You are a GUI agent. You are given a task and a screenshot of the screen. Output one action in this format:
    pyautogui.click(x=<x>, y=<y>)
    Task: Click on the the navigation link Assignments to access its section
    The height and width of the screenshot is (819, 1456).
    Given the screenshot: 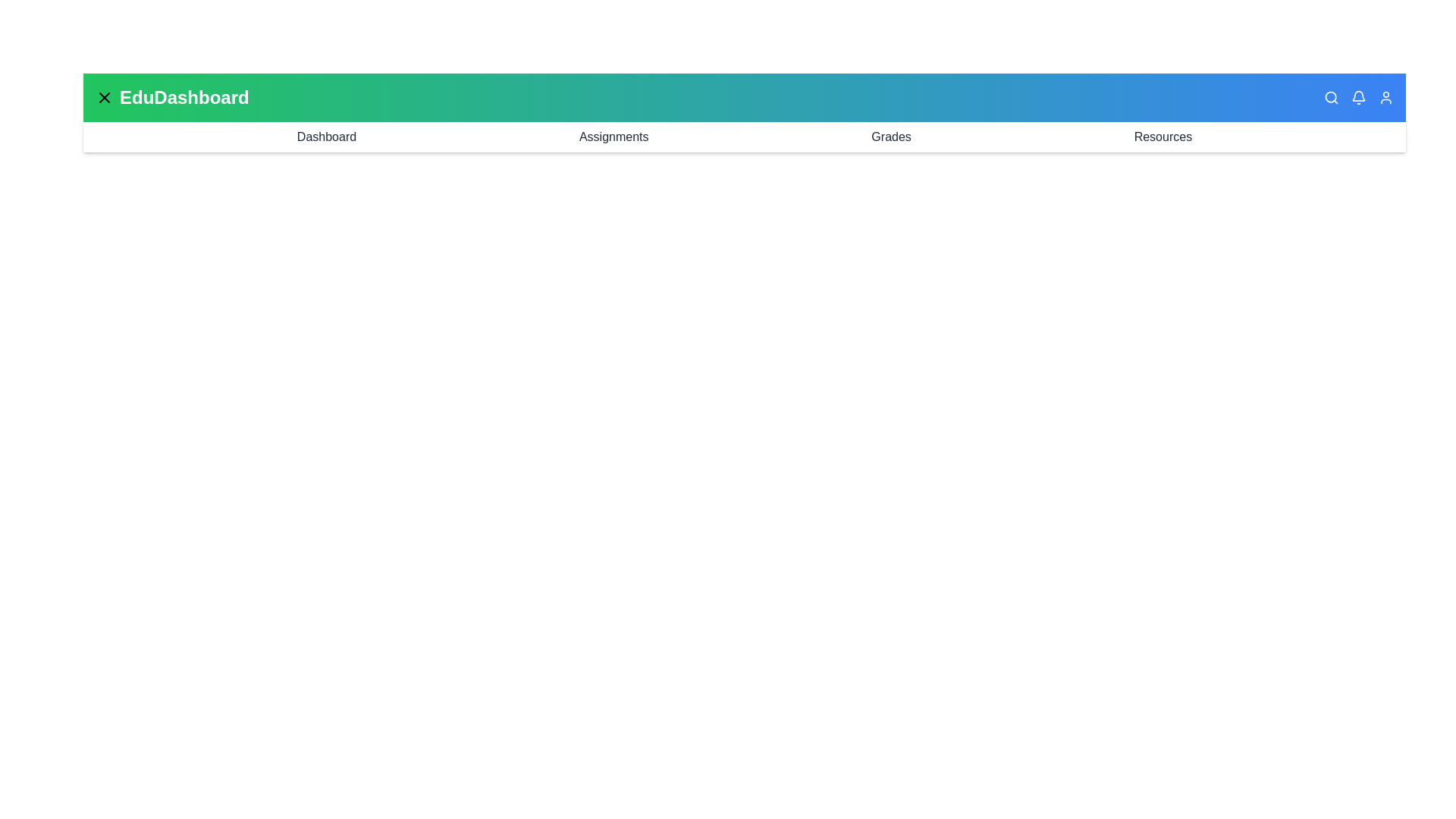 What is the action you would take?
    pyautogui.click(x=613, y=137)
    